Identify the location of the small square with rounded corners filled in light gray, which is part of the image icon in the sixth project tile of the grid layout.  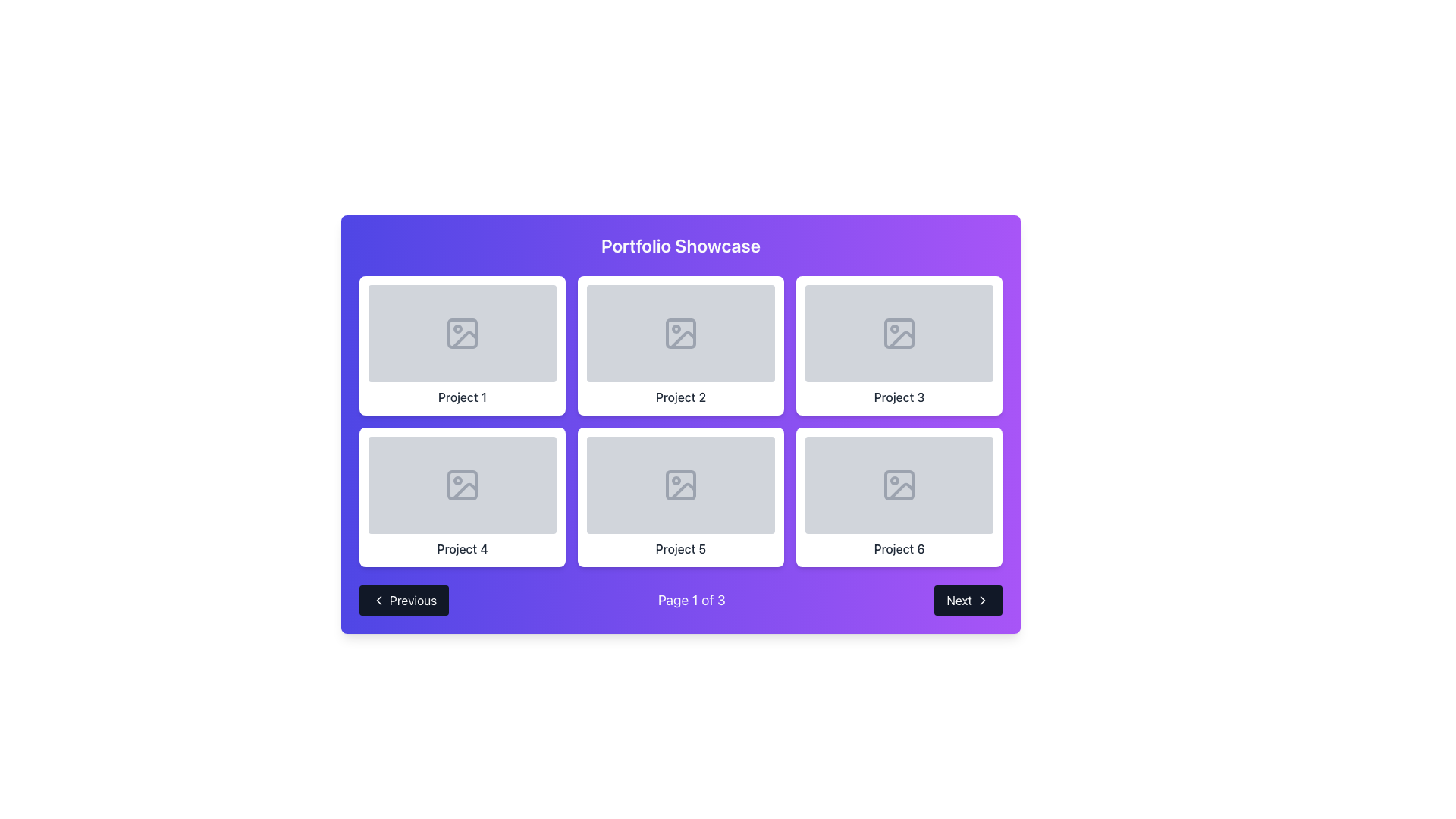
(899, 485).